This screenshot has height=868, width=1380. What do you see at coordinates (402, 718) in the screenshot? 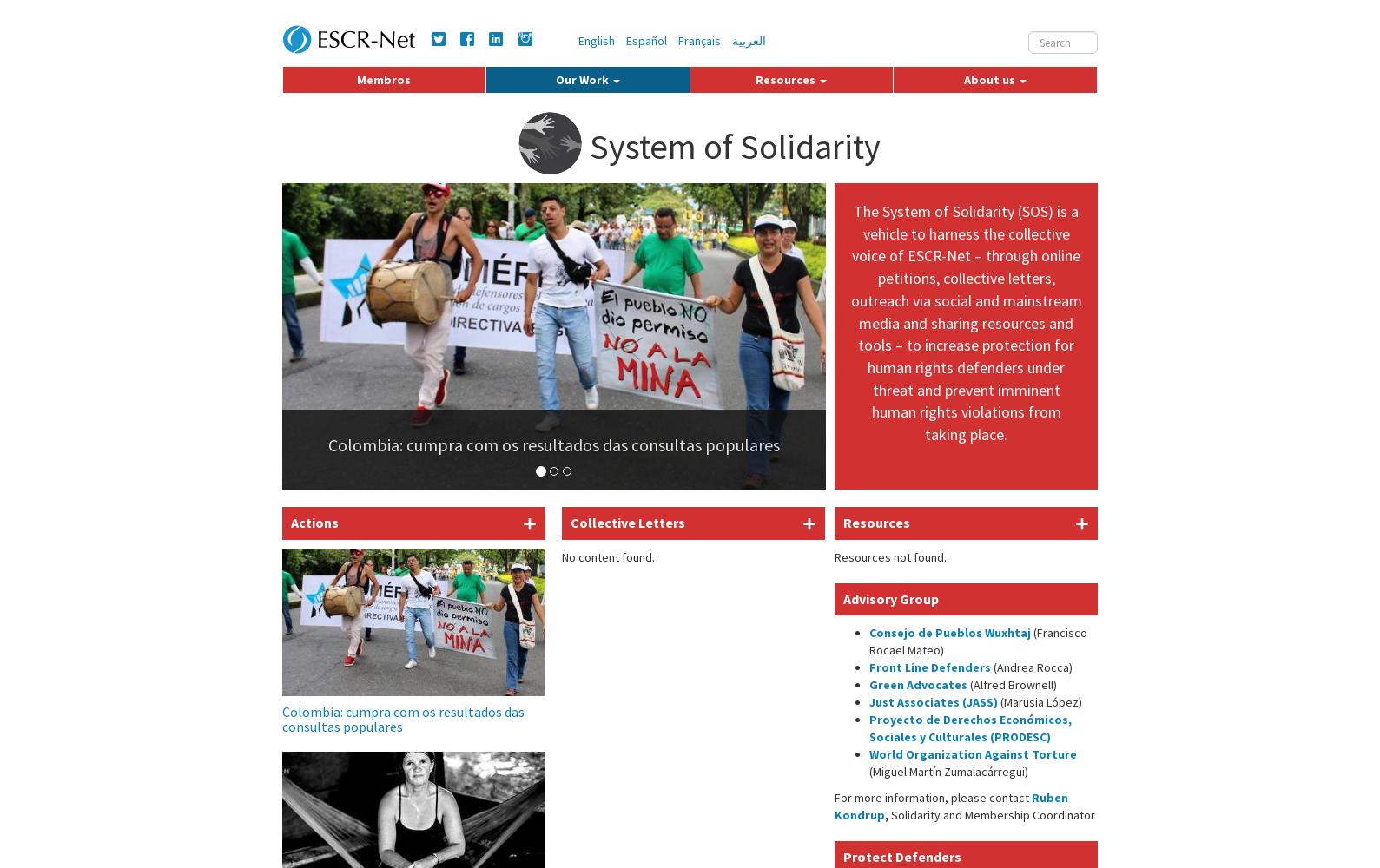
I see `'Colombia: cumpra com os resultados das consultas populares'` at bounding box center [402, 718].